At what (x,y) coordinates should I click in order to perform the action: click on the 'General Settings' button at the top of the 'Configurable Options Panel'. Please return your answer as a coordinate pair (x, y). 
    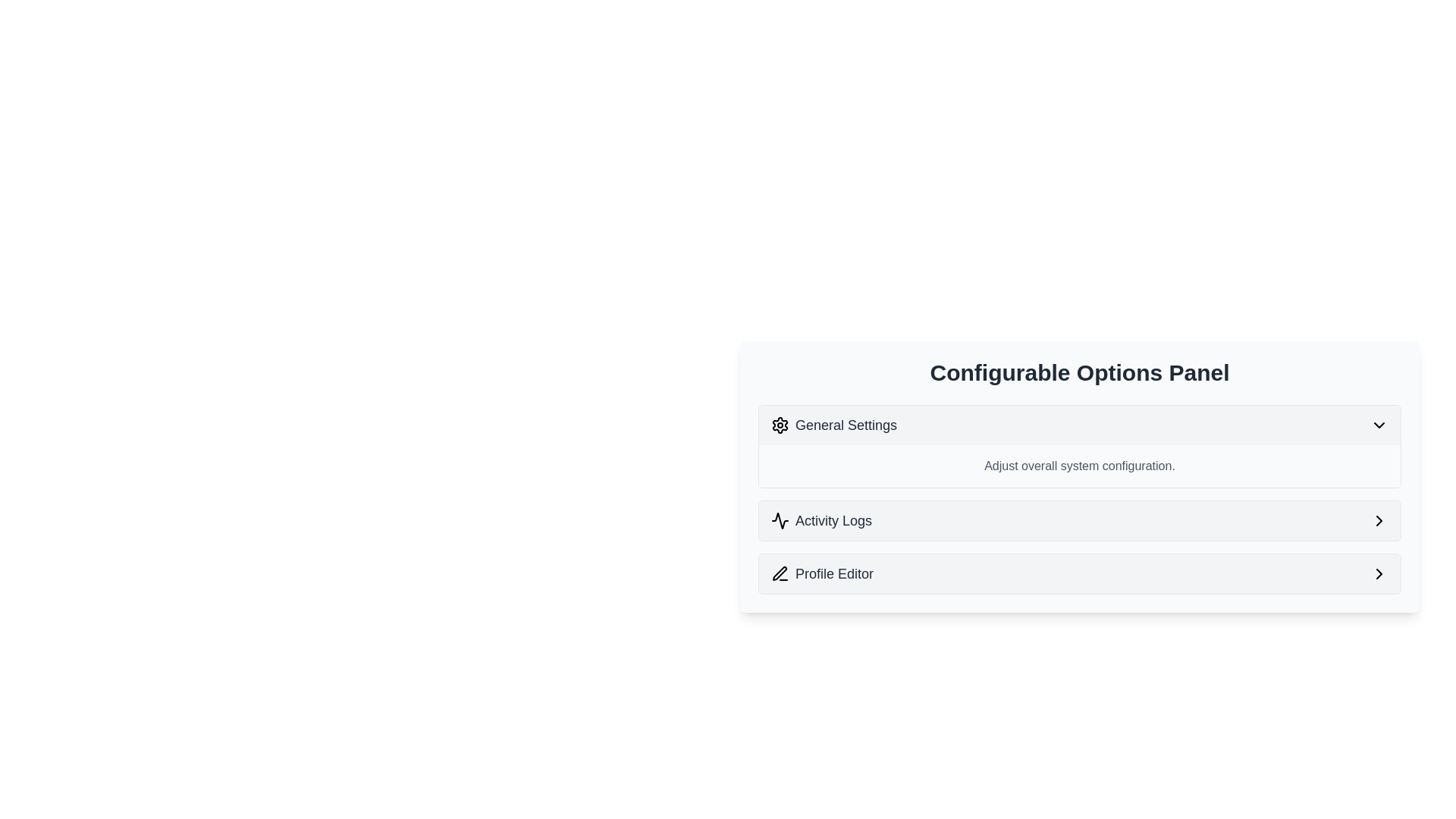
    Looking at the image, I should click on (1079, 425).